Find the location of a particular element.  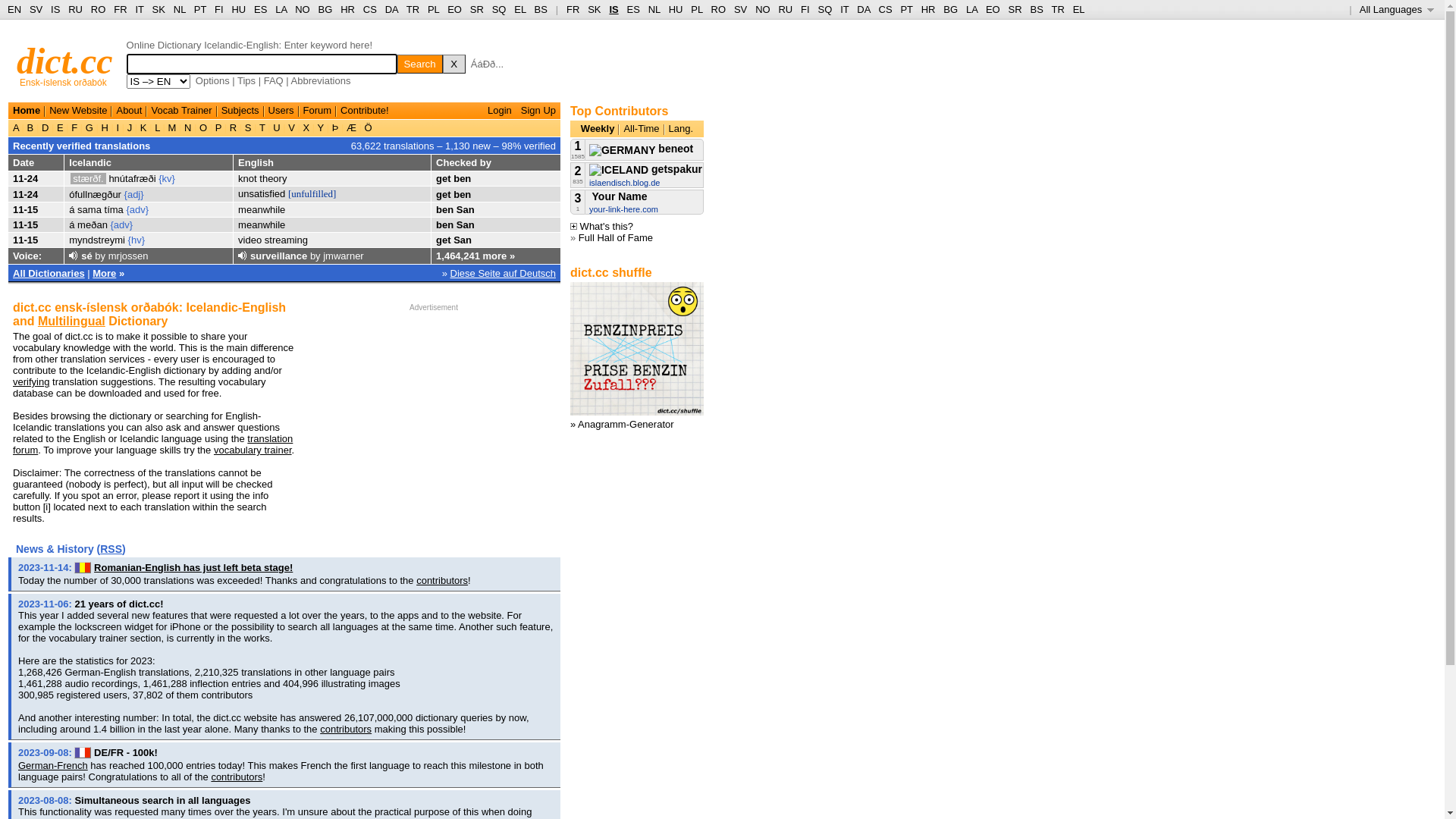

'About' is located at coordinates (128, 109).